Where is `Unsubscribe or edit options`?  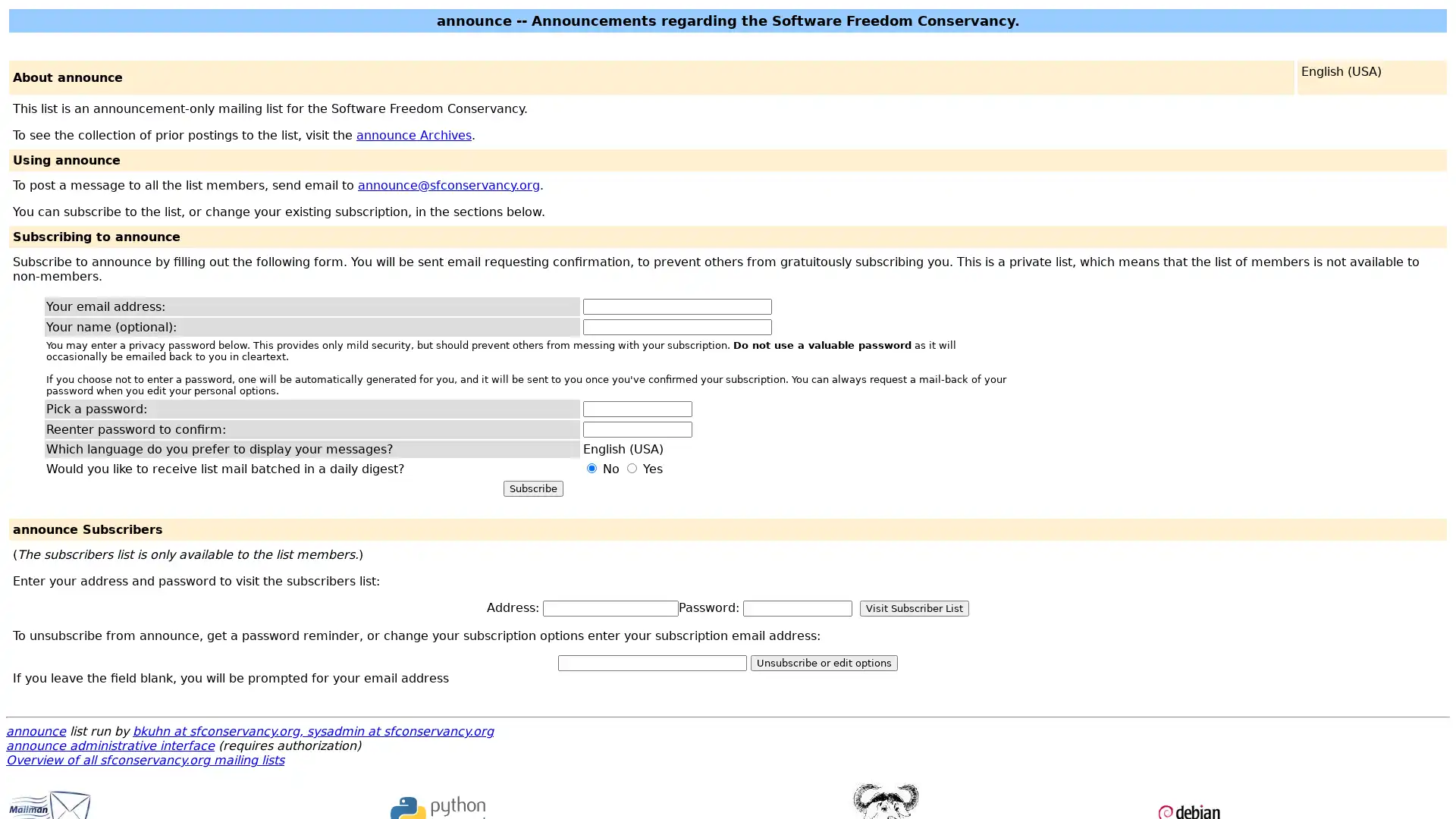
Unsubscribe or edit options is located at coordinates (823, 662).